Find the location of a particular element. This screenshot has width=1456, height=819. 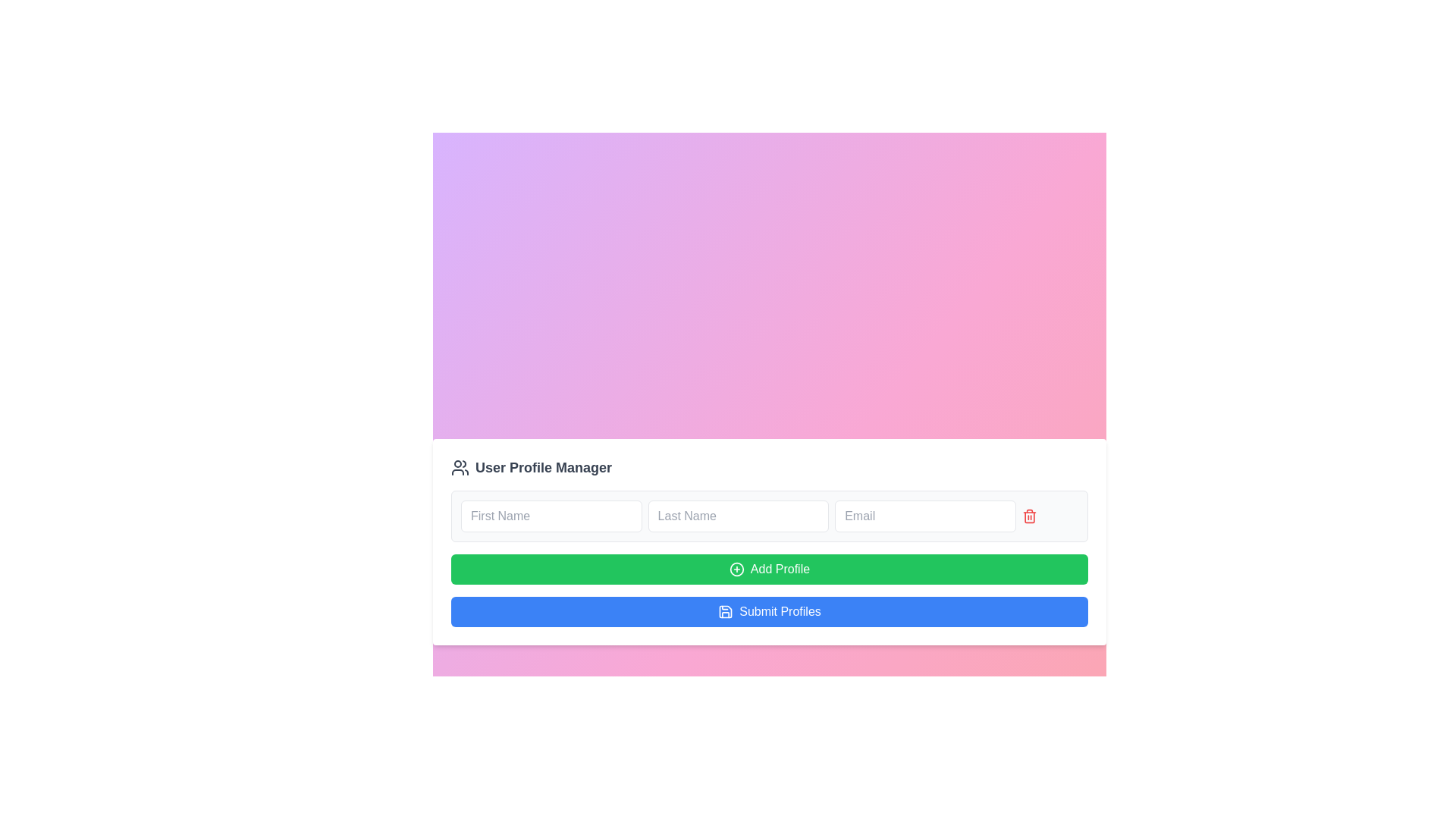

the save icon, which is a graphical representation of a folder with a downward-pointing arrow, located to the left of the 'Submit Profiles' button is located at coordinates (725, 610).